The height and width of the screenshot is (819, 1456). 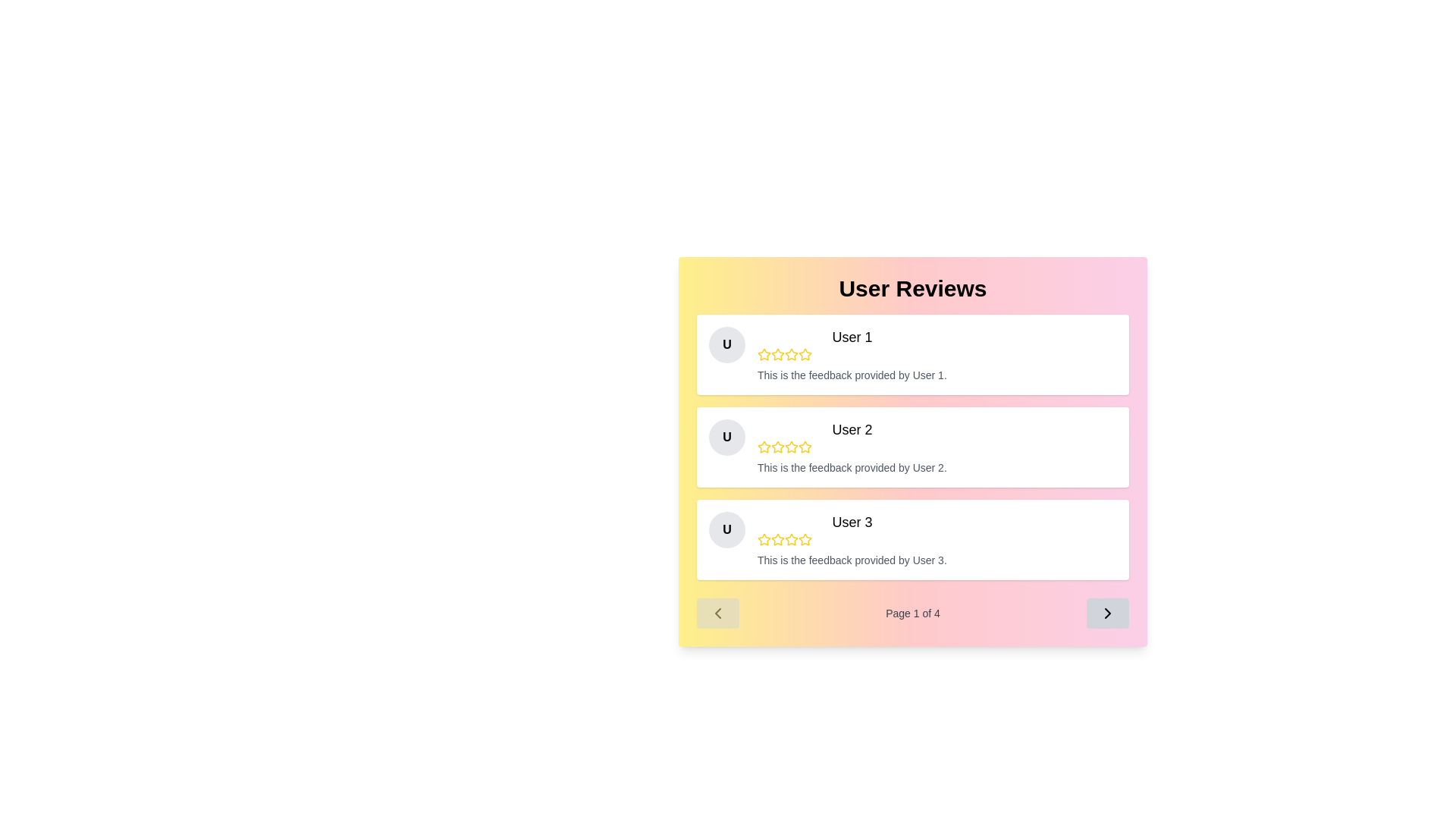 What do you see at coordinates (852, 467) in the screenshot?
I see `feedback text displayed for 'User 2' in the second feedback card, located below the user's name and rating stars` at bounding box center [852, 467].